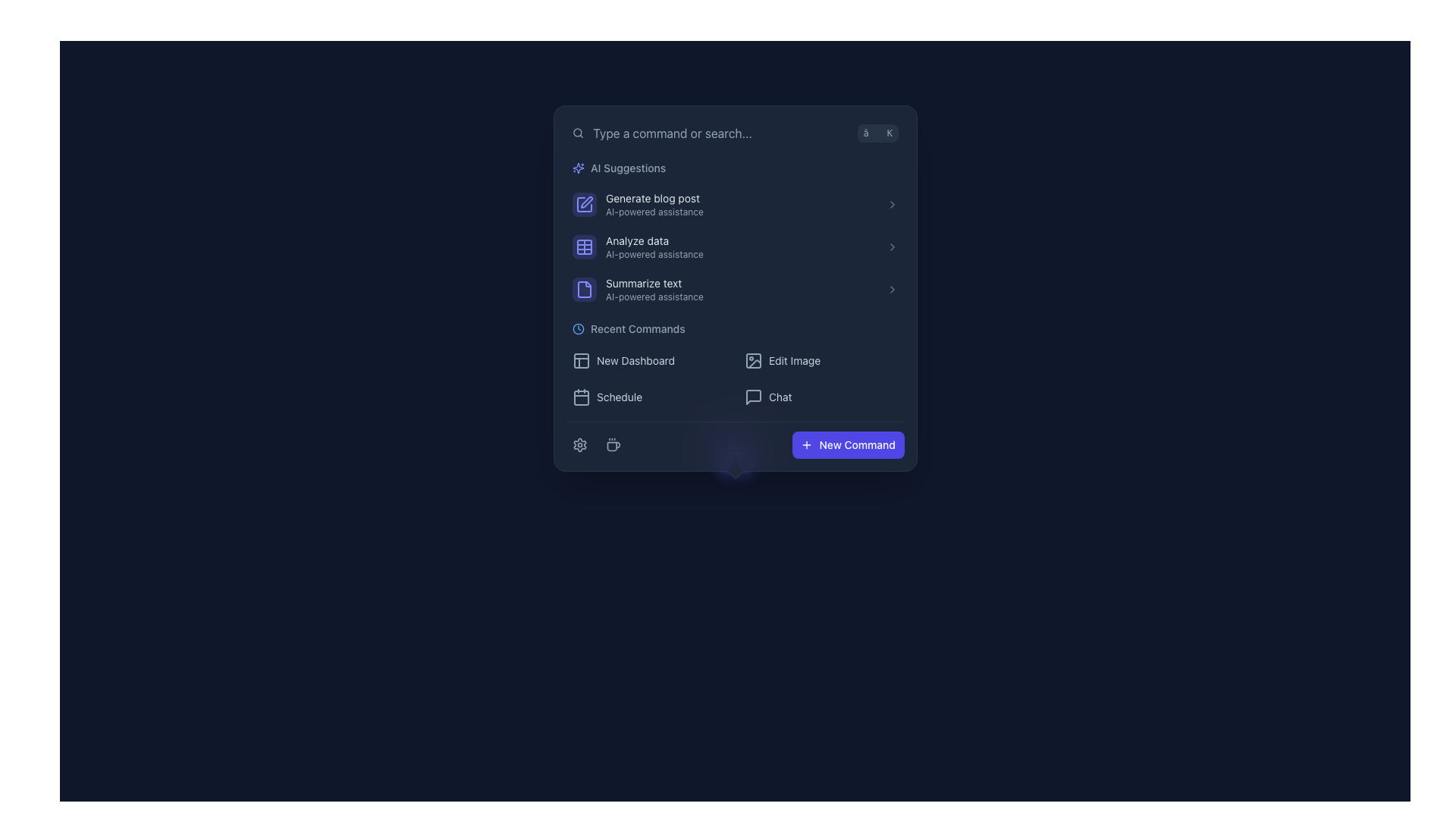 This screenshot has width=1456, height=819. I want to click on the background element of the image-related icon located in the top-left corner of the graphic, so click(753, 360).